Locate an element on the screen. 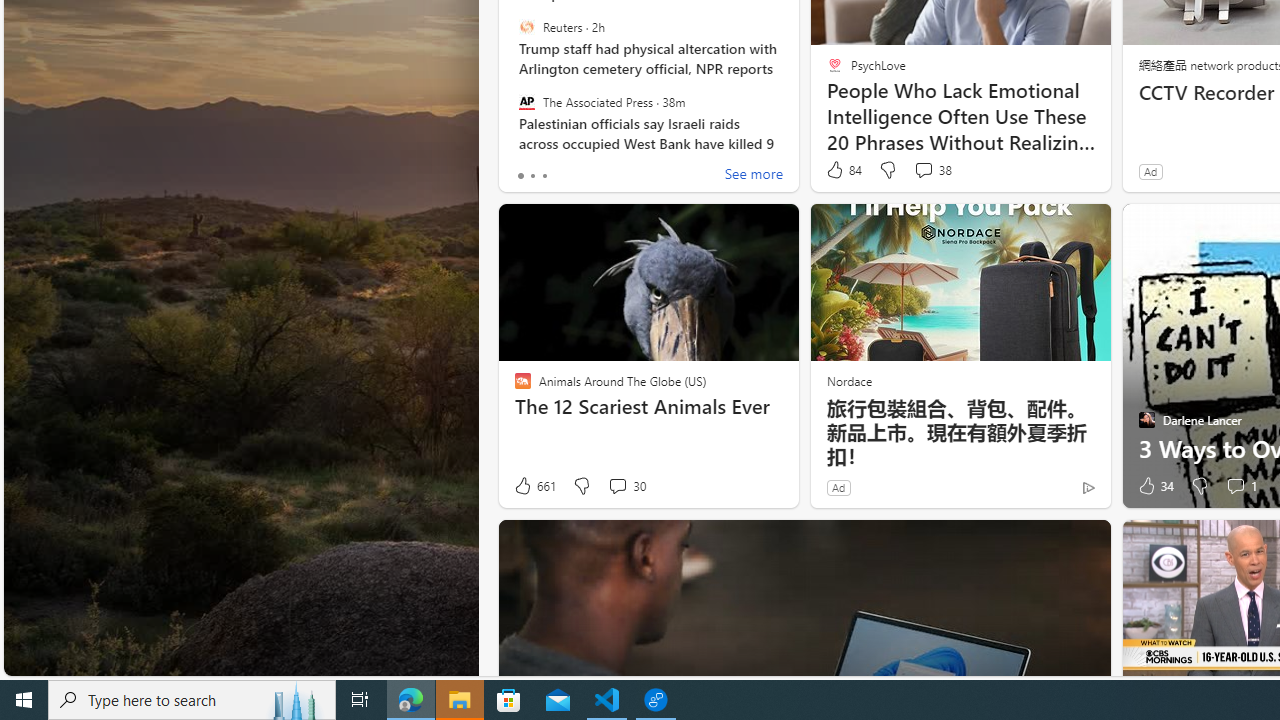  '34 Like' is located at coordinates (1154, 486).